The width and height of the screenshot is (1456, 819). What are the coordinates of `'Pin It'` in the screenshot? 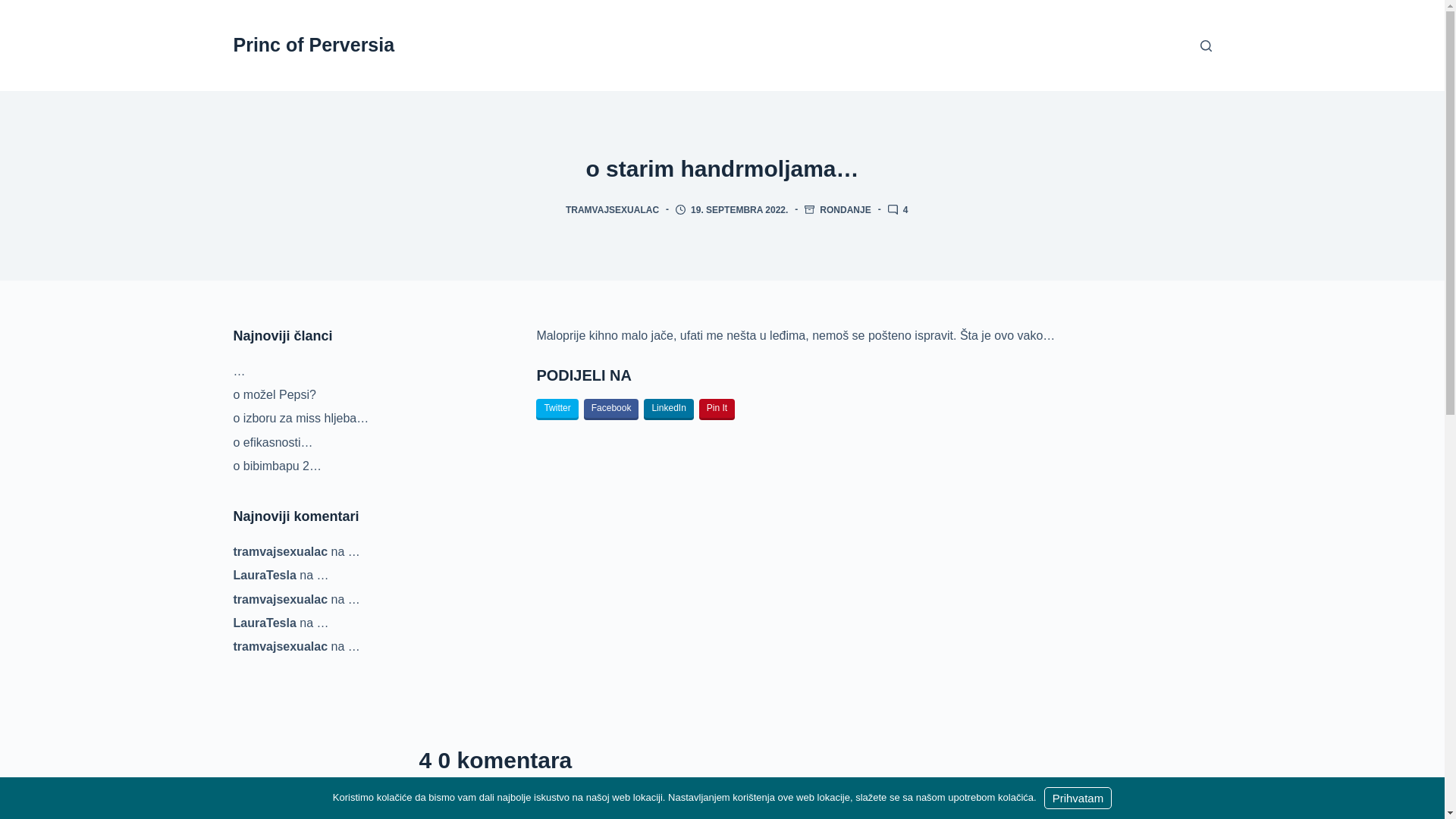 It's located at (716, 409).